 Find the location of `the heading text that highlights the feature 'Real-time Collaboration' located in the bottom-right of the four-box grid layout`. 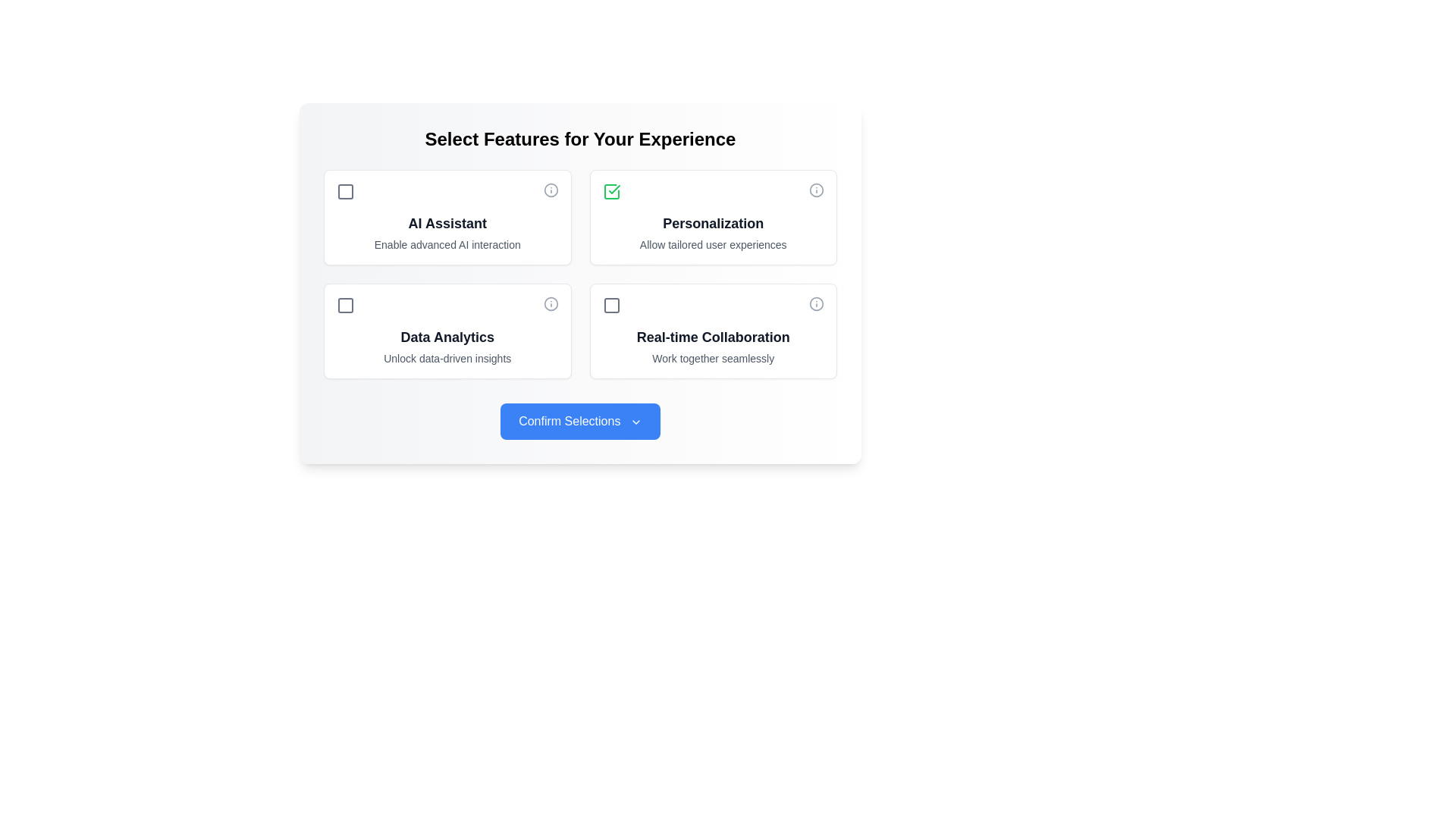

the heading text that highlights the feature 'Real-time Collaboration' located in the bottom-right of the four-box grid layout is located at coordinates (712, 336).